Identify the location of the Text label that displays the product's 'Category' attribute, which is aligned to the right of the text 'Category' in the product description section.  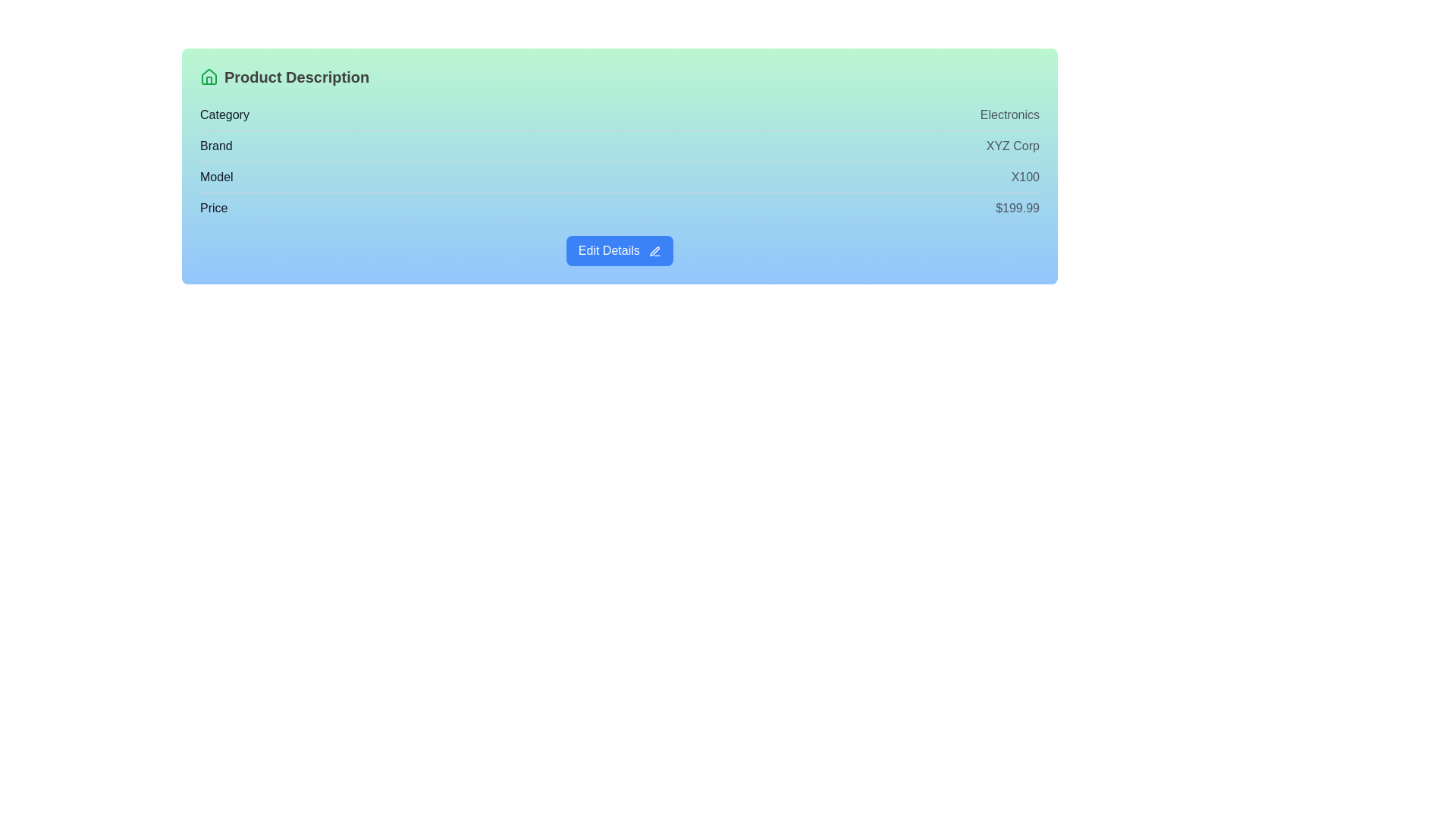
(1009, 114).